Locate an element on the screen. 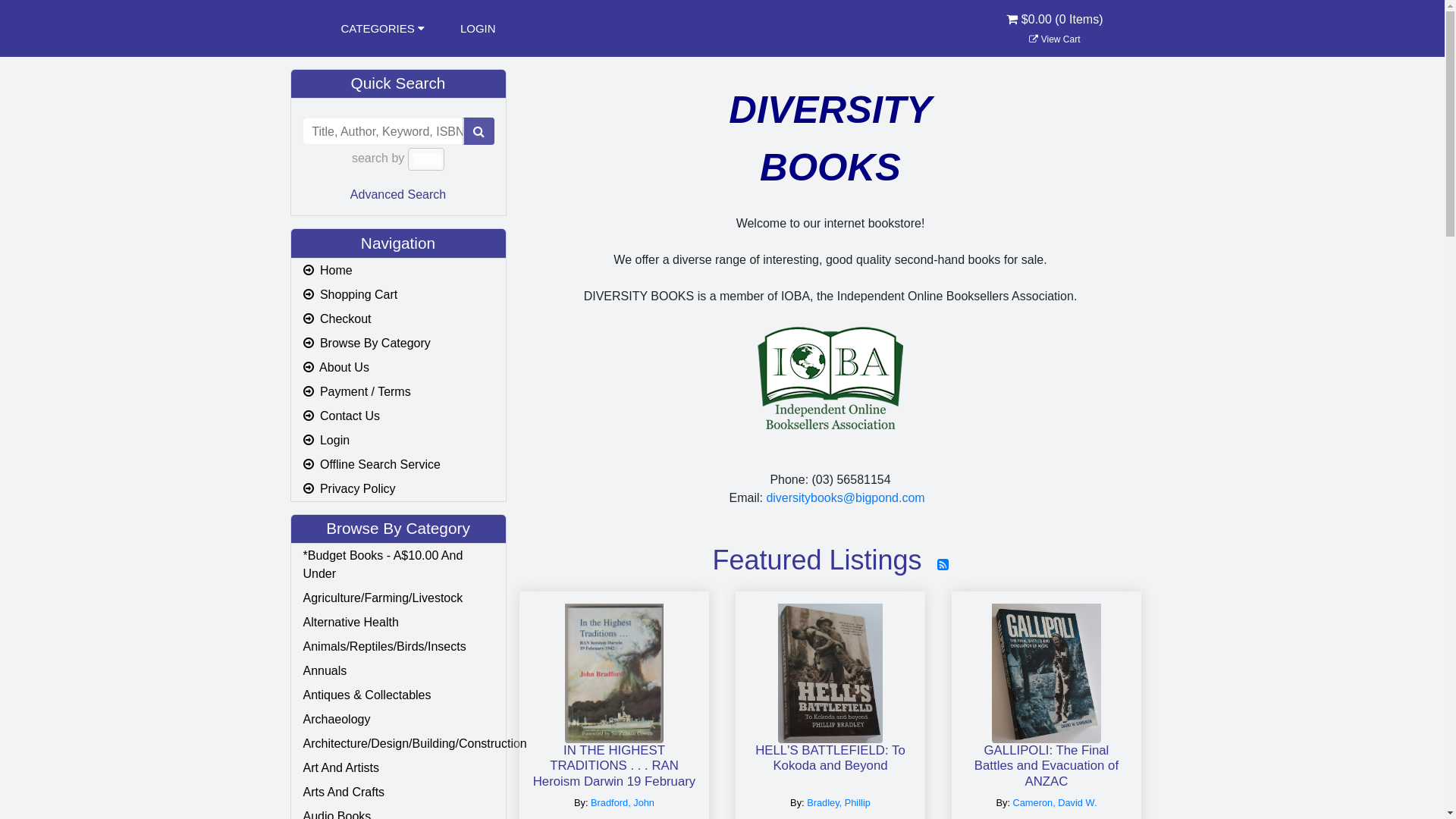 Image resolution: width=1456 pixels, height=819 pixels. 'Animals/Reptiles/Birds/Insects' is located at coordinates (398, 646).